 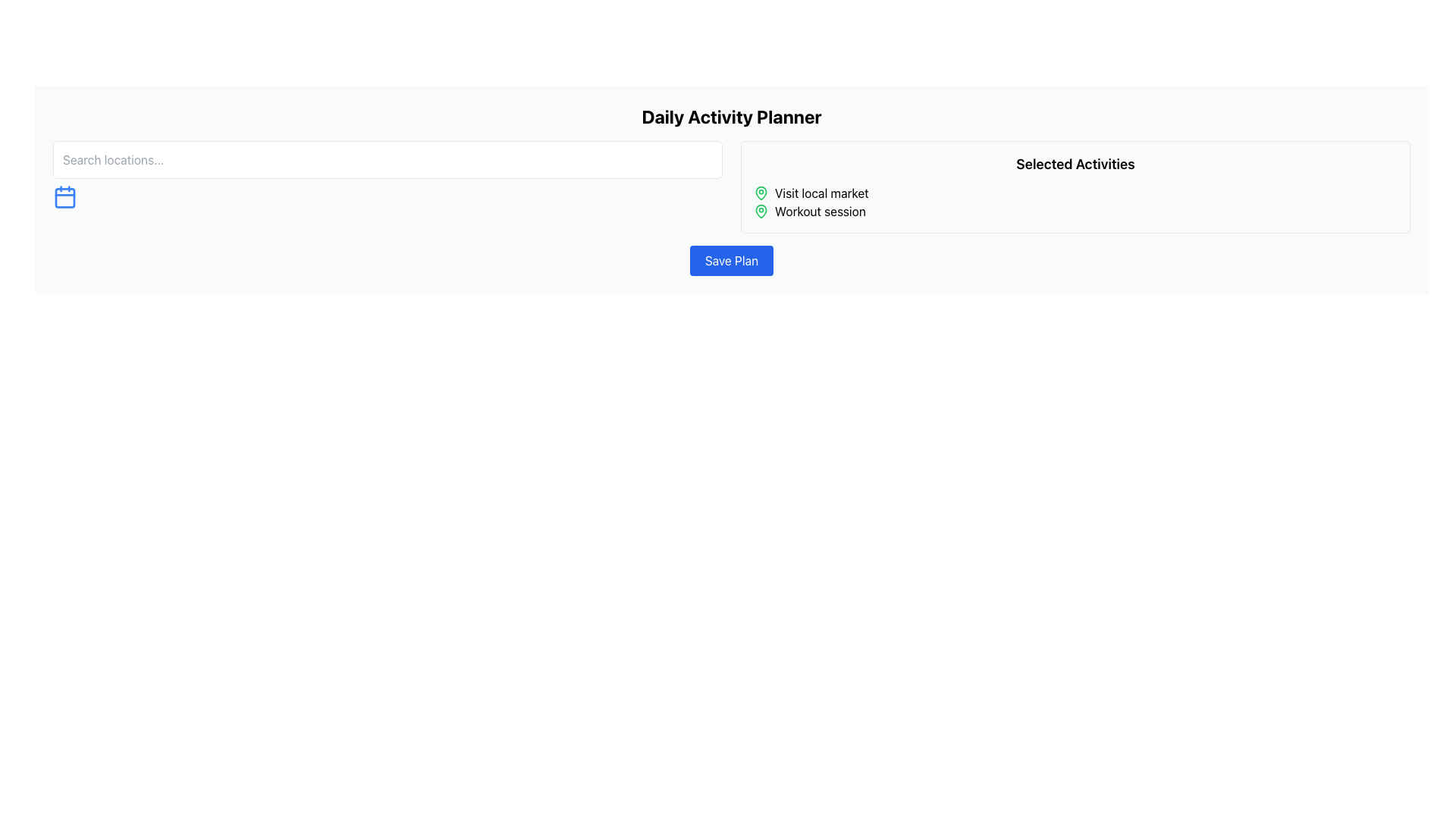 I want to click on text label located under 'Visit local market' in the 'Selected Activities' box, which identifies one of the selected activities in the daily activity planner, so click(x=819, y=211).